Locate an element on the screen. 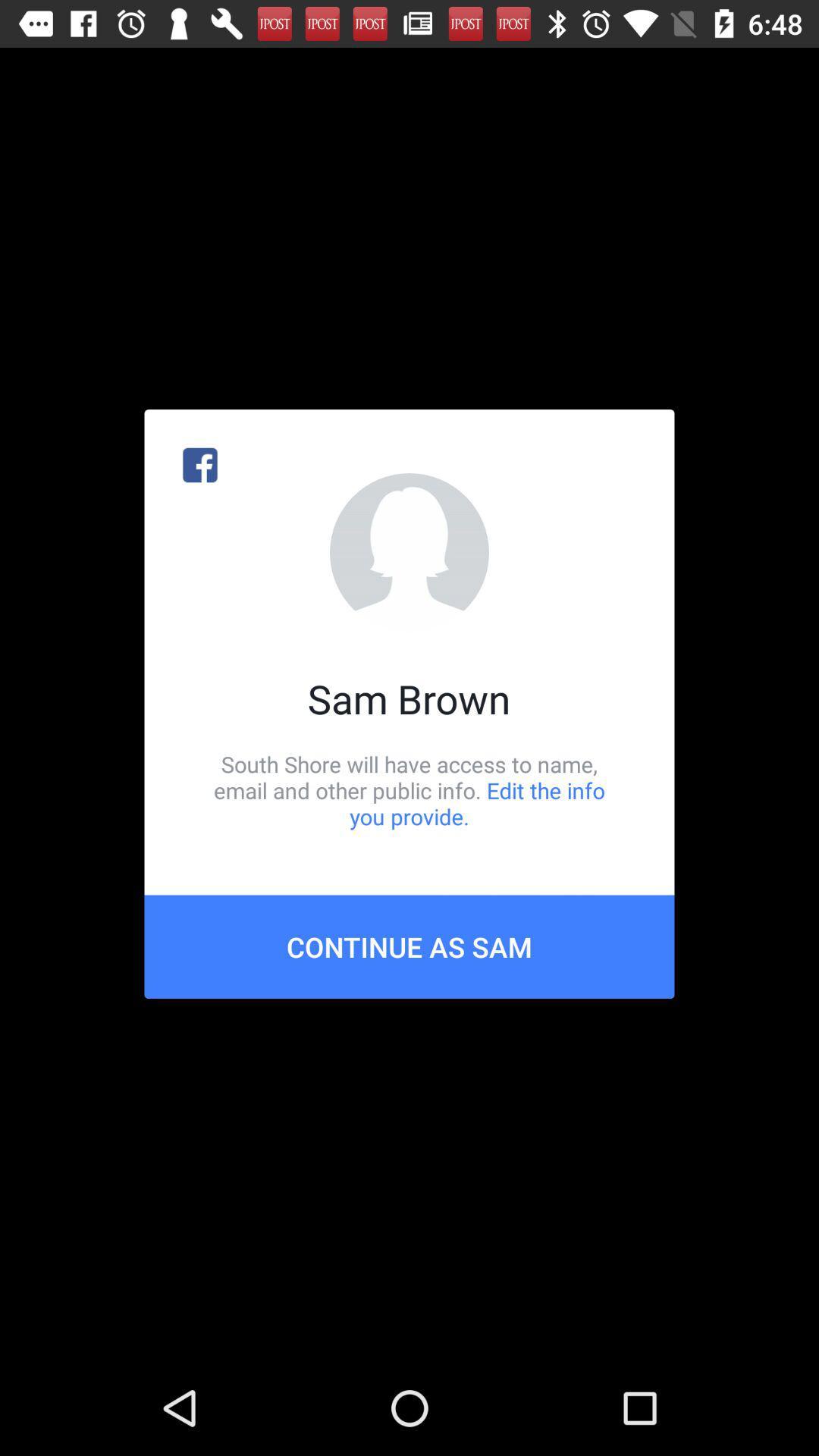 This screenshot has height=1456, width=819. icon below south shore will icon is located at coordinates (409, 946).